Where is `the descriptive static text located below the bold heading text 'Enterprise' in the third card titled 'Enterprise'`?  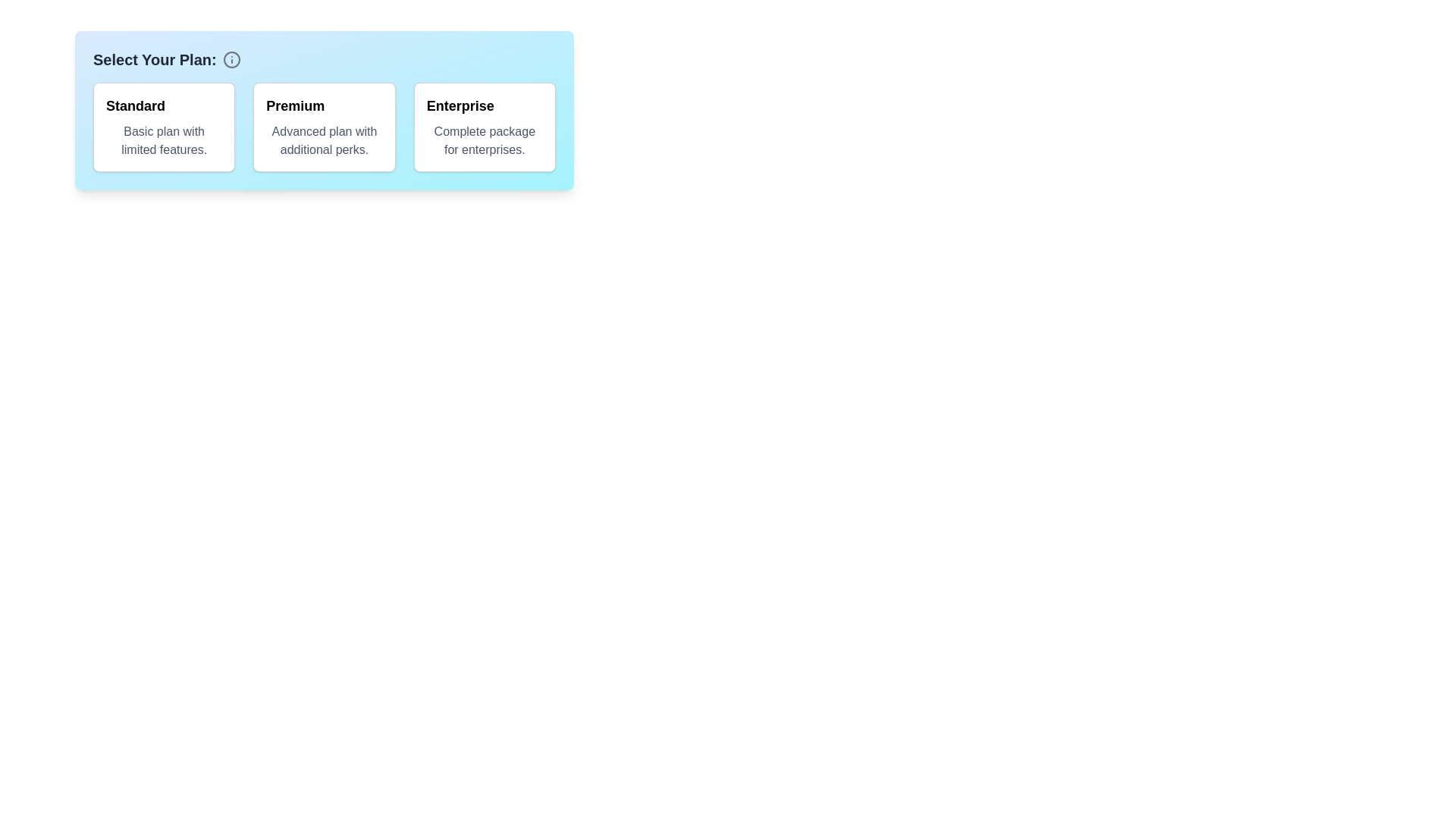
the descriptive static text located below the bold heading text 'Enterprise' in the third card titled 'Enterprise' is located at coordinates (484, 140).